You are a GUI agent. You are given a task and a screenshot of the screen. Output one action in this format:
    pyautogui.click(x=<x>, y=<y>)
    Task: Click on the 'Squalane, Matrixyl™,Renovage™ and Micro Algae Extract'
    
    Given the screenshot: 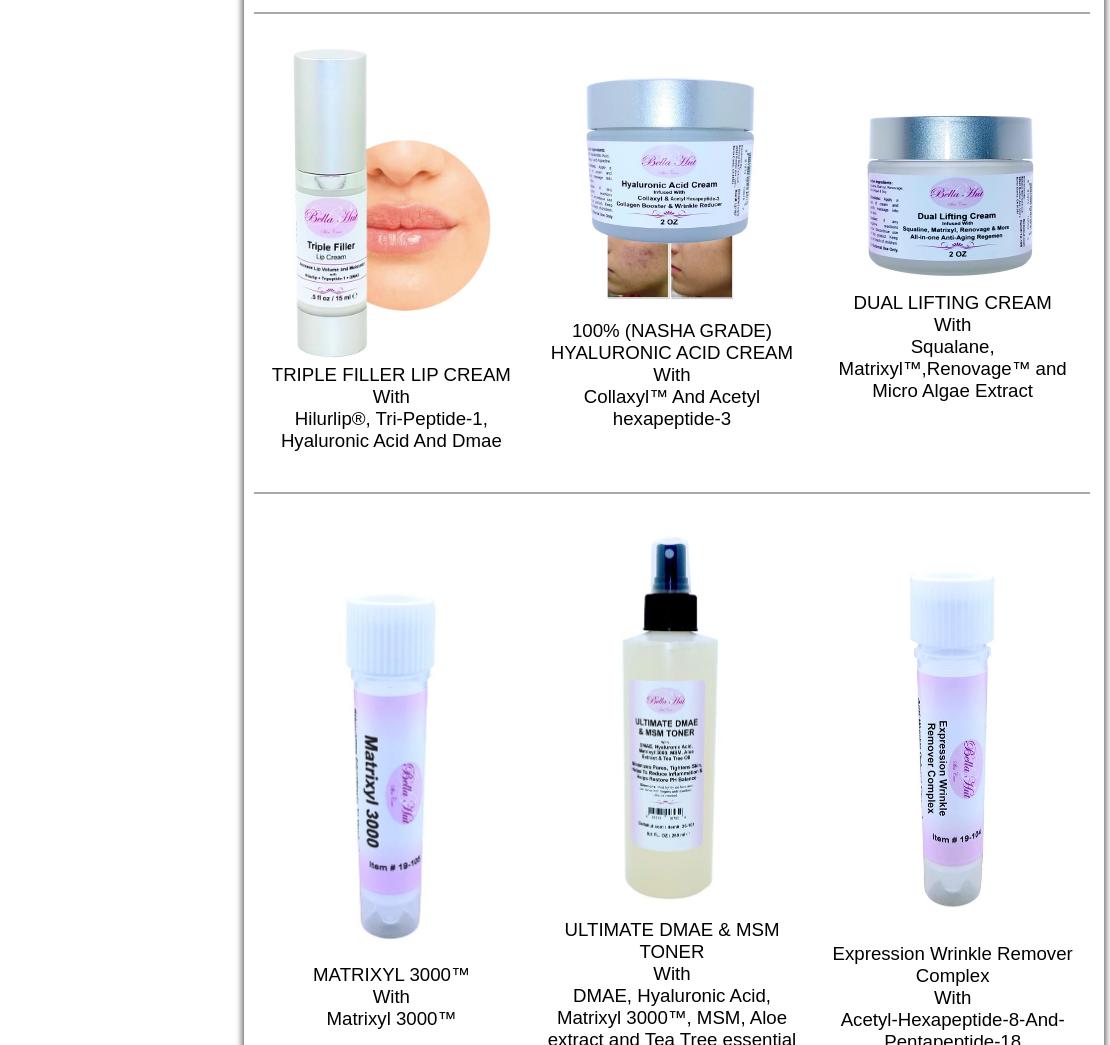 What is the action you would take?
    pyautogui.click(x=951, y=367)
    